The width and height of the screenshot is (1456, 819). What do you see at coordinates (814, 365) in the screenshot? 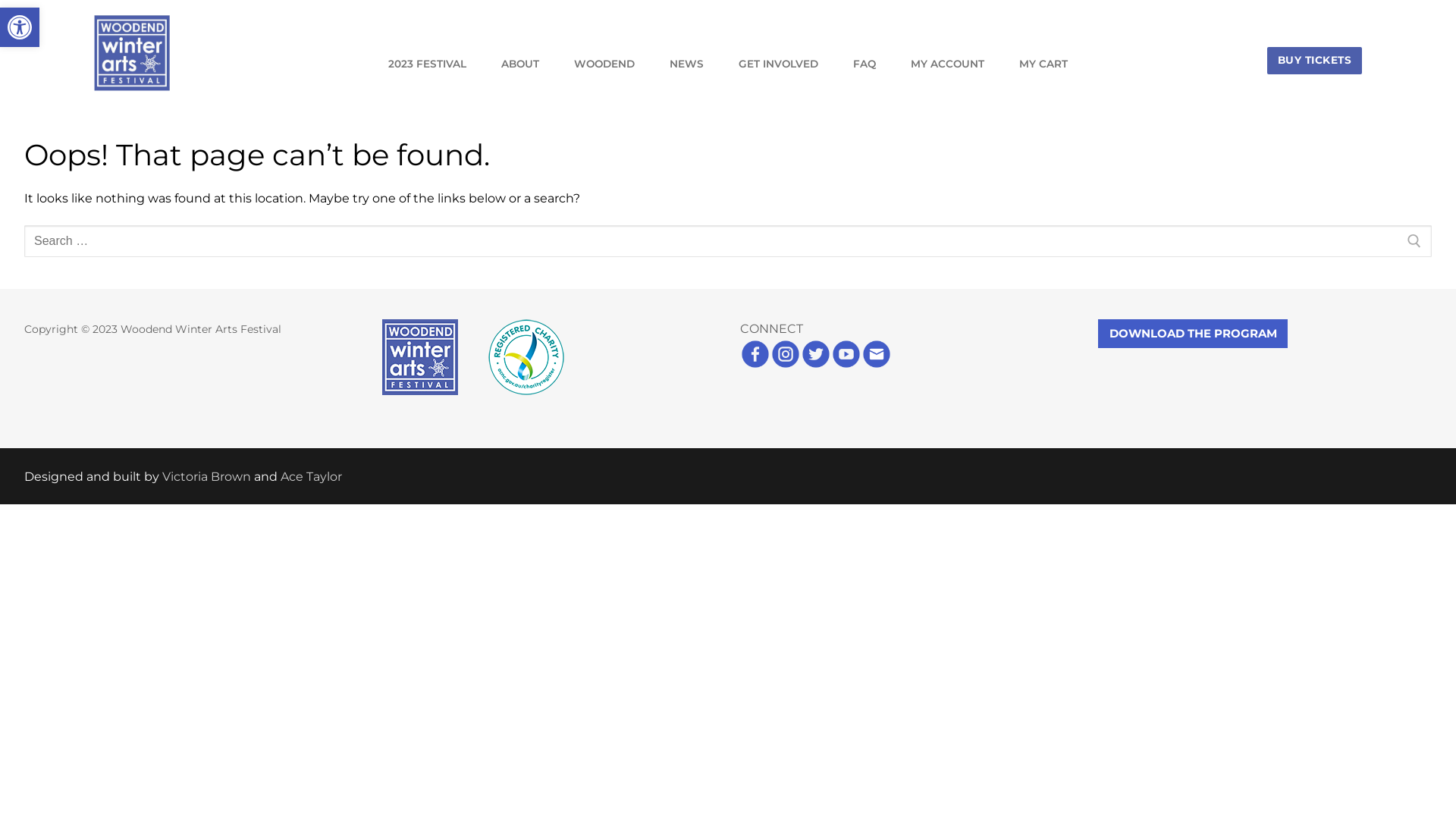
I see `'Twitter'` at bounding box center [814, 365].